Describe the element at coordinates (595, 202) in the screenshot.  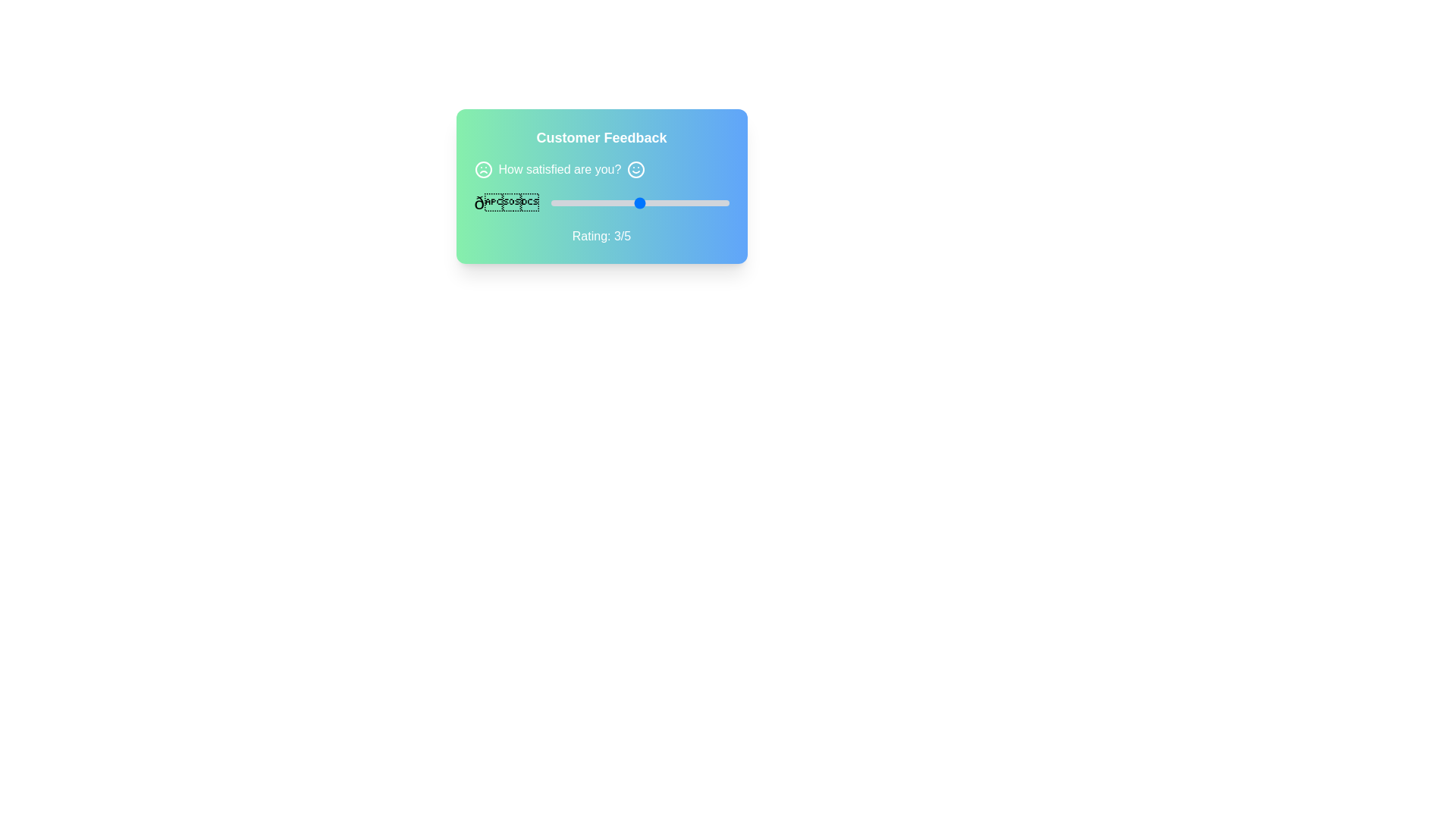
I see `the slider value` at that location.